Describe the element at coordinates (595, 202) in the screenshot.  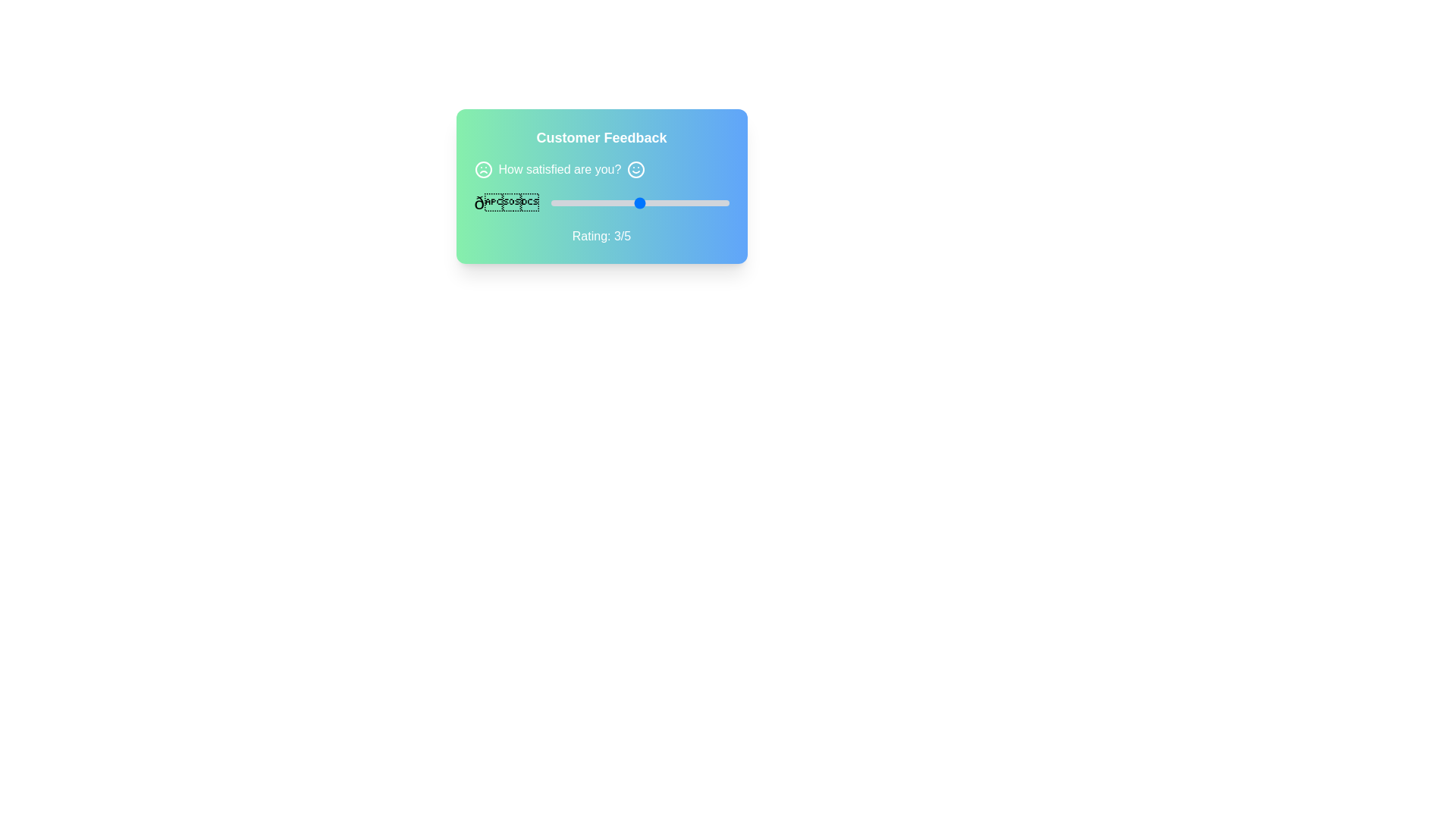
I see `the slider value` at that location.